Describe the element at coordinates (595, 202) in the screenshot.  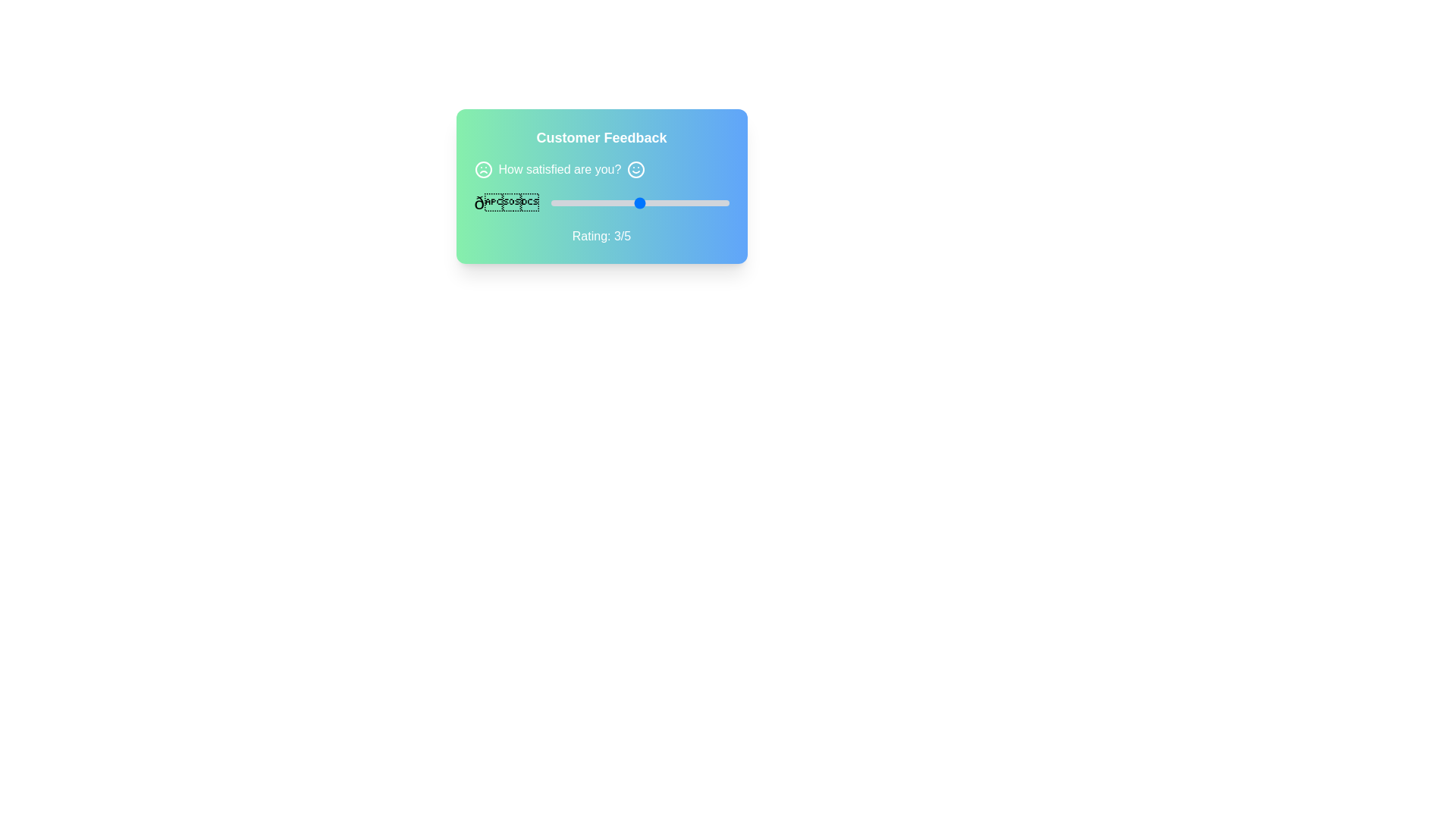
I see `the slider value` at that location.